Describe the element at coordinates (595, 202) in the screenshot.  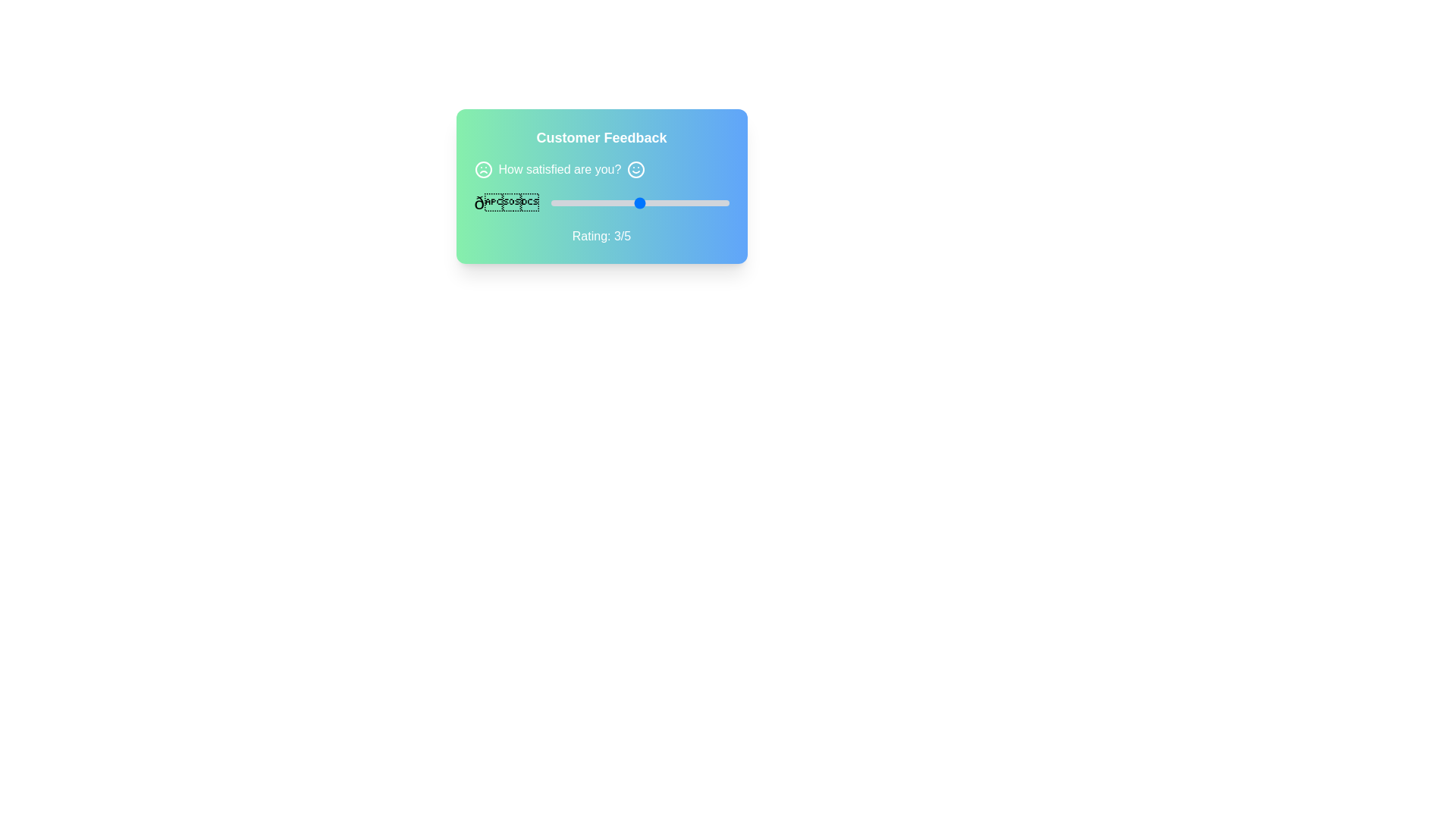
I see `the slider value` at that location.